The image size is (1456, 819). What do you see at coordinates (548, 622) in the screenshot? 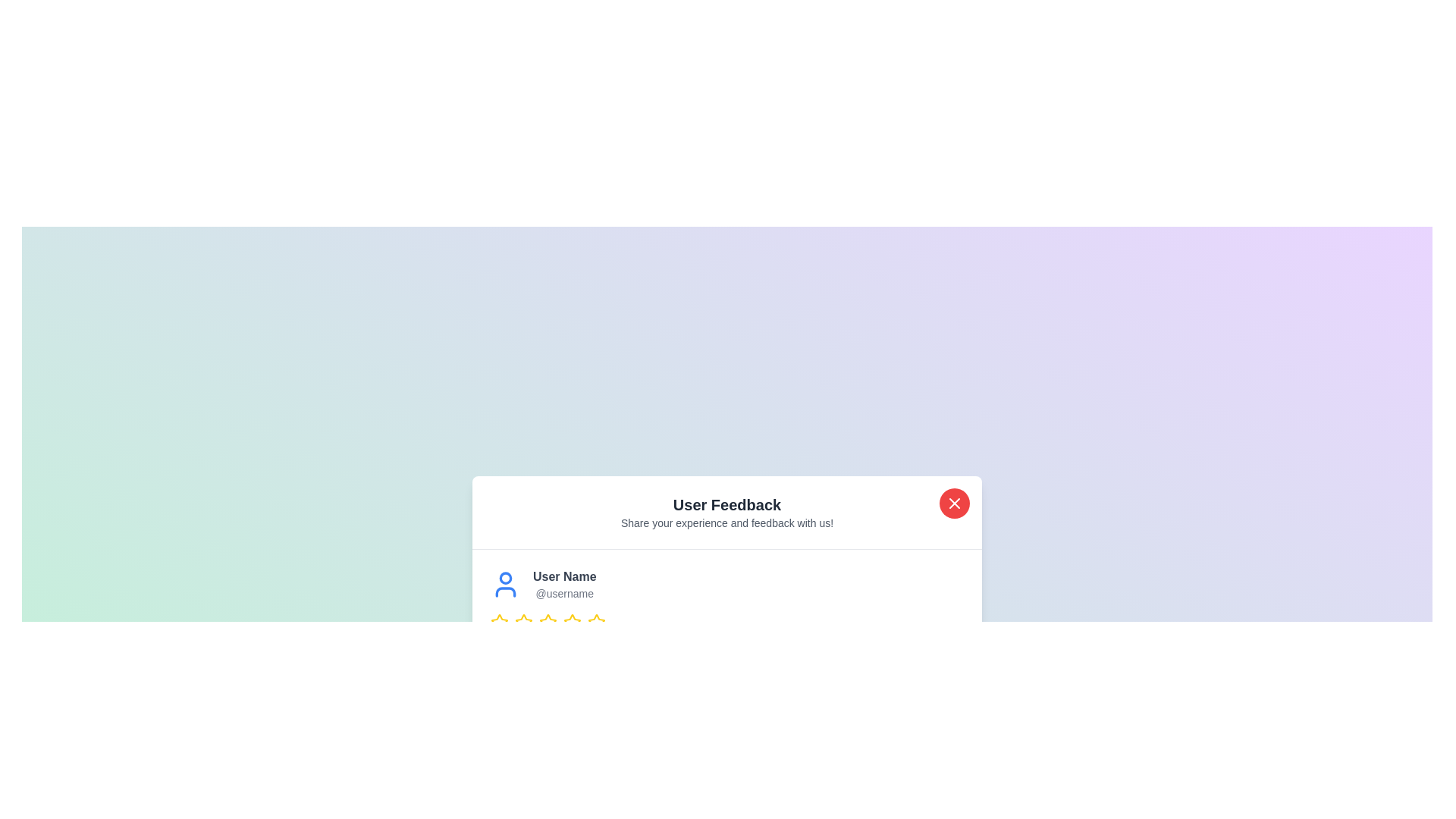
I see `the fourth star-shaped icon in the sequence of five stars, which is styled in yellow and located below the 'User Name' text in the central feedback dialog box` at bounding box center [548, 622].